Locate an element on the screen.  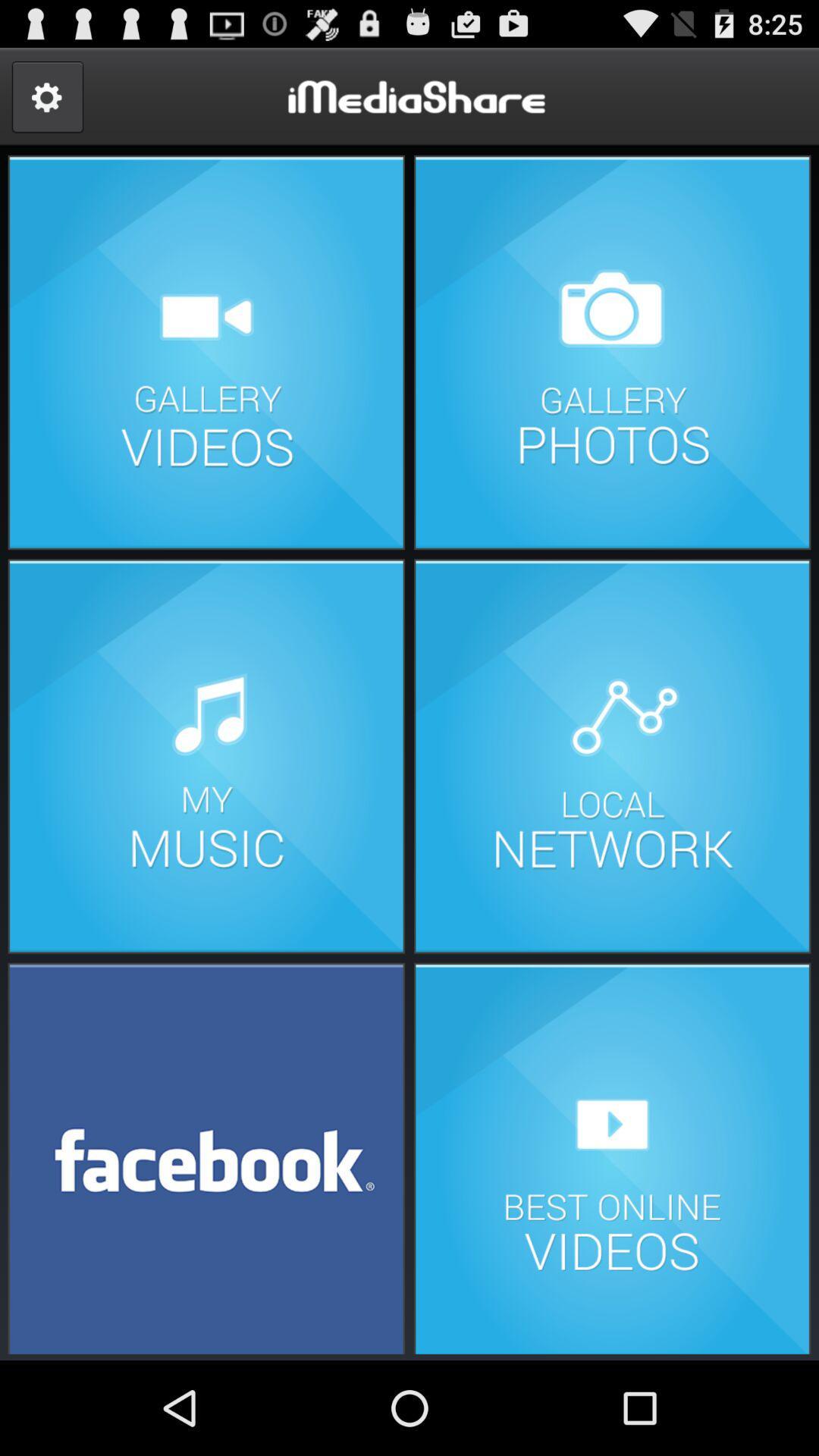
videos is located at coordinates (206, 352).